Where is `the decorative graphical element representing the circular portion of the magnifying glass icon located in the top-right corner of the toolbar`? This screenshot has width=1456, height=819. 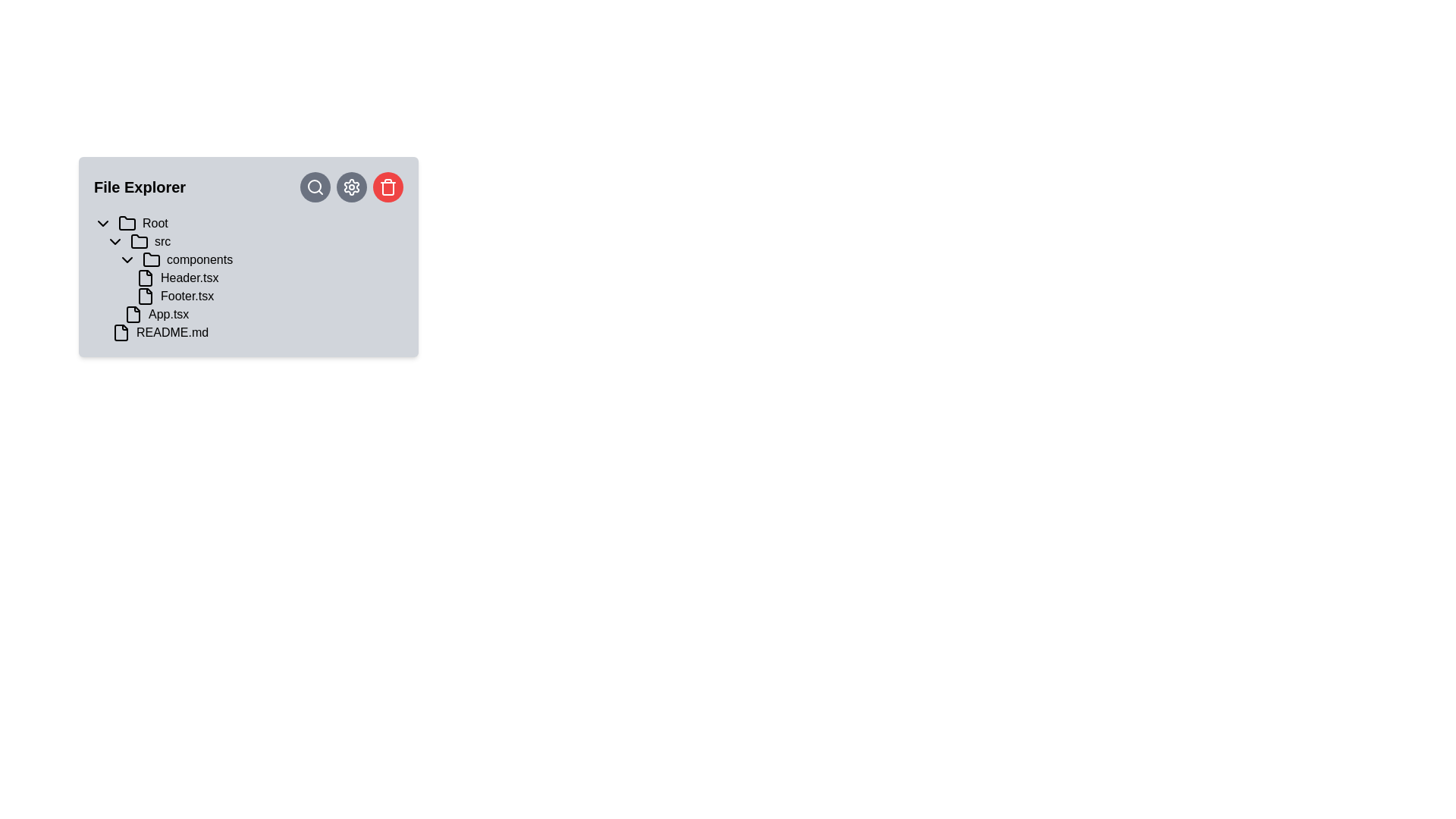 the decorative graphical element representing the circular portion of the magnifying glass icon located in the top-right corner of the toolbar is located at coordinates (313, 186).